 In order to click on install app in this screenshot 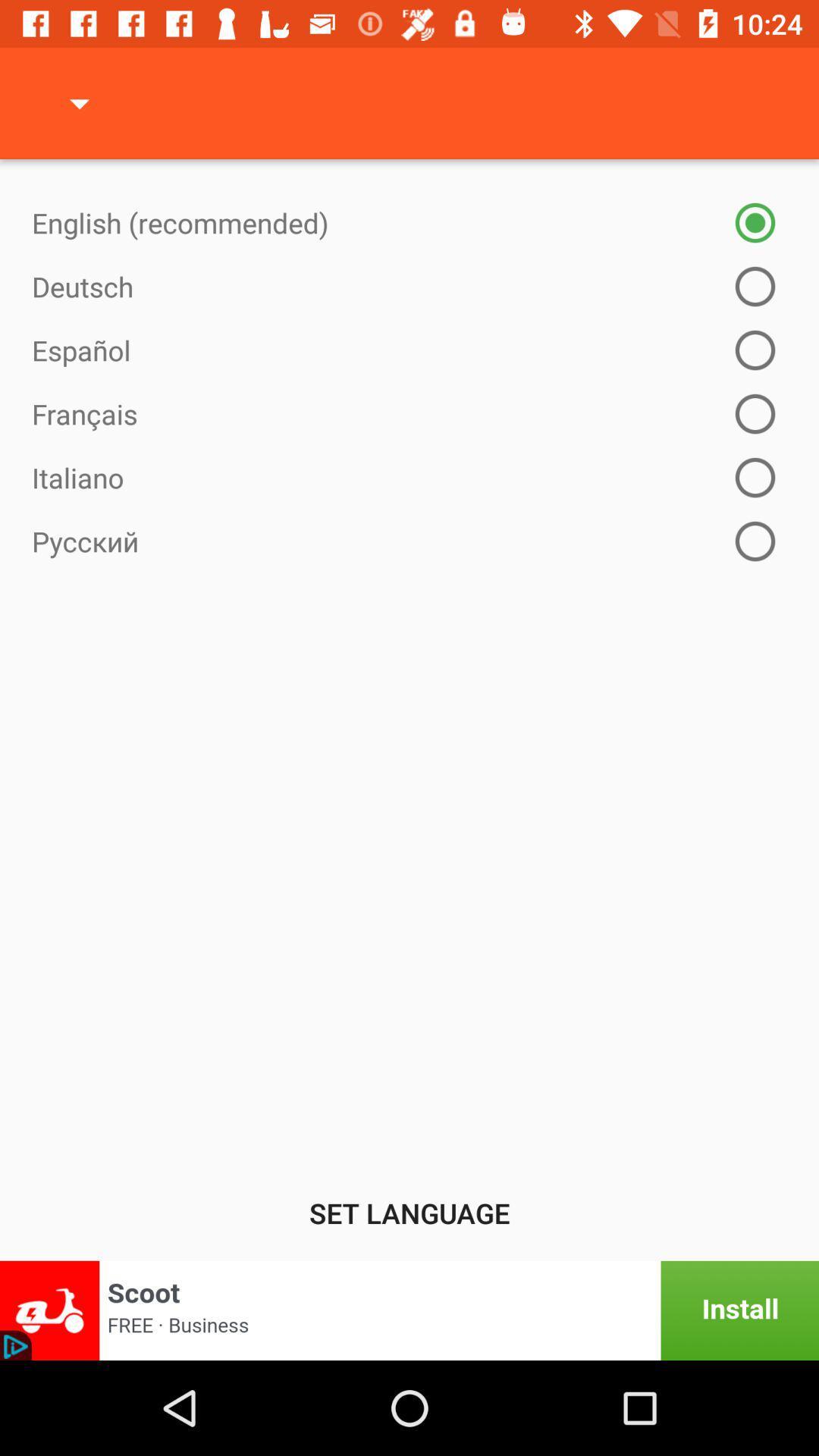, I will do `click(409, 1310)`.